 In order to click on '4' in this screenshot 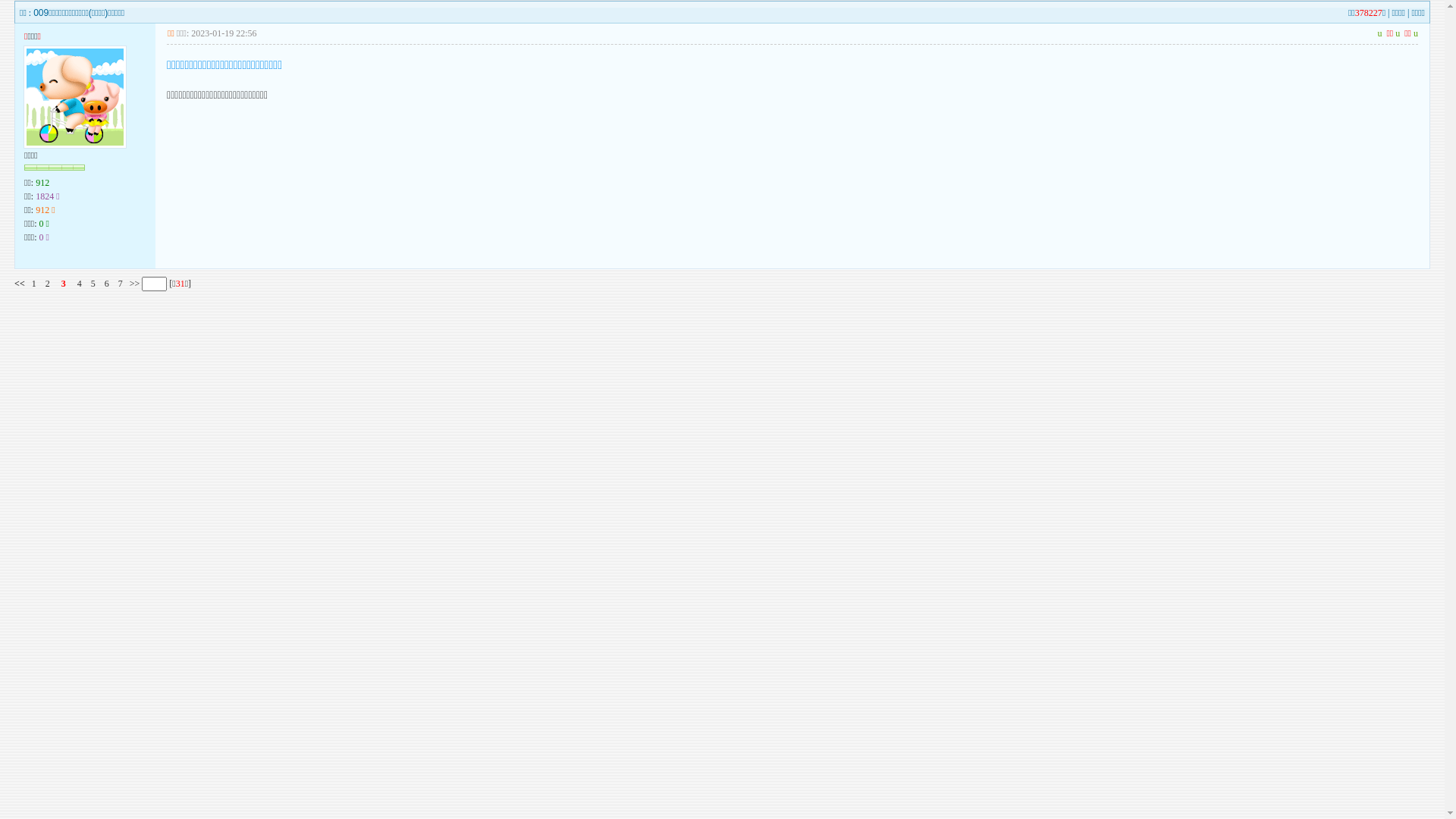, I will do `click(79, 284)`.